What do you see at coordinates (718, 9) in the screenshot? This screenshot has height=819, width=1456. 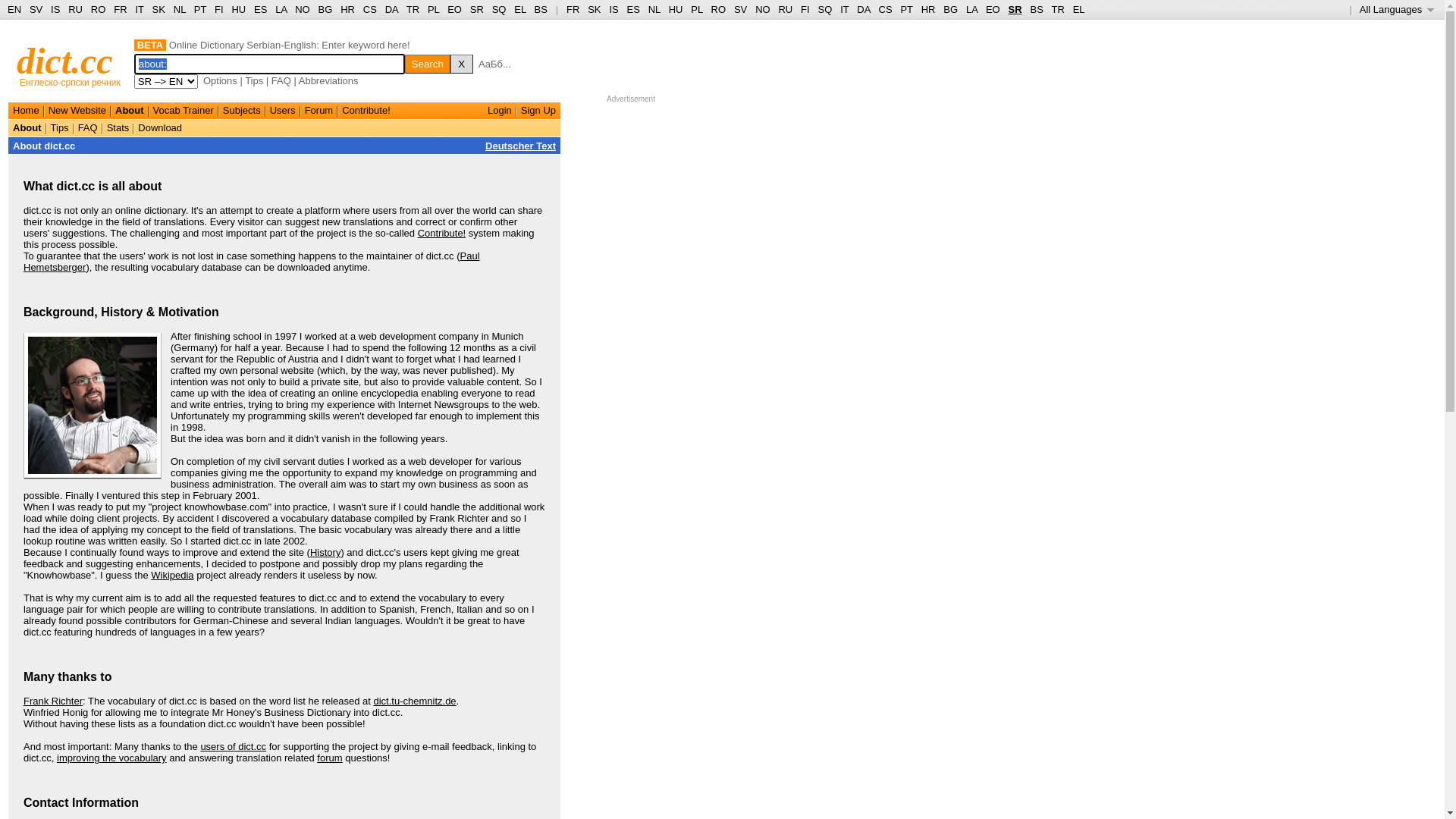 I see `'RO'` at bounding box center [718, 9].